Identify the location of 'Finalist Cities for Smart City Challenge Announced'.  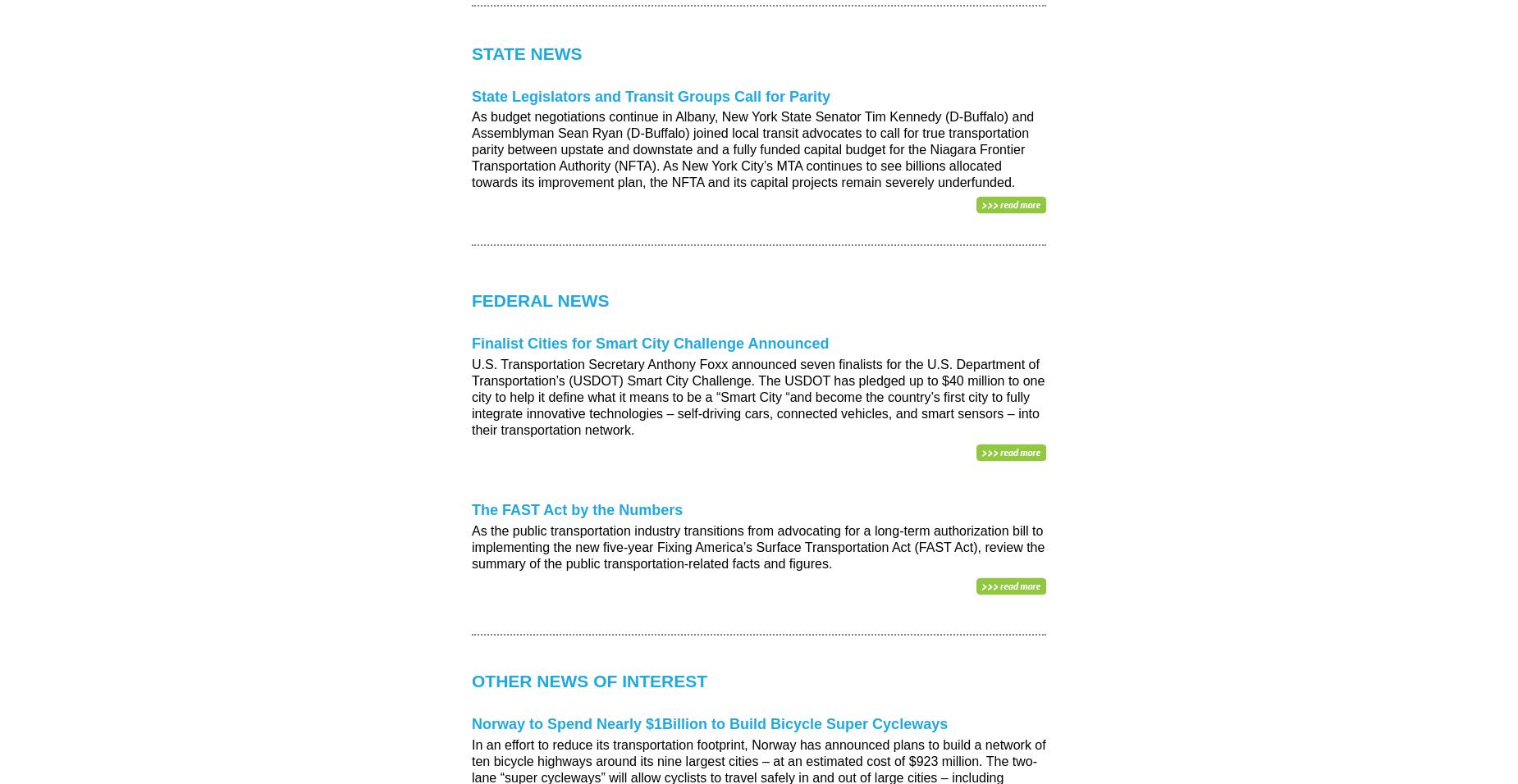
(650, 344).